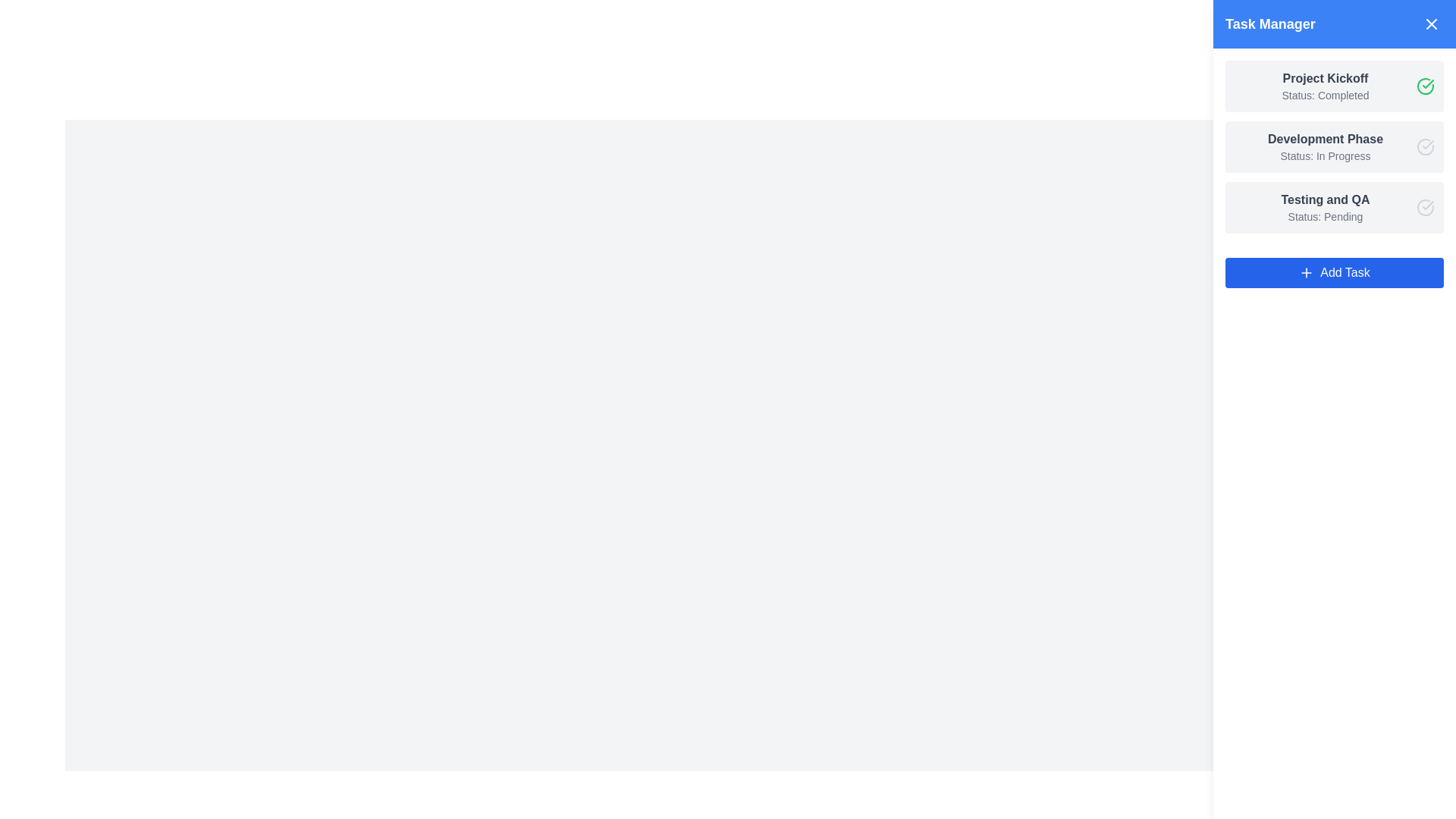 This screenshot has width=1456, height=819. What do you see at coordinates (1425, 86) in the screenshot?
I see `the style of the Status indicator icon, which is a circular icon with a checkmark in the middle, styled with a green border, located inside the 'Project Kickoff' item in the 'Task Manager' panel` at bounding box center [1425, 86].